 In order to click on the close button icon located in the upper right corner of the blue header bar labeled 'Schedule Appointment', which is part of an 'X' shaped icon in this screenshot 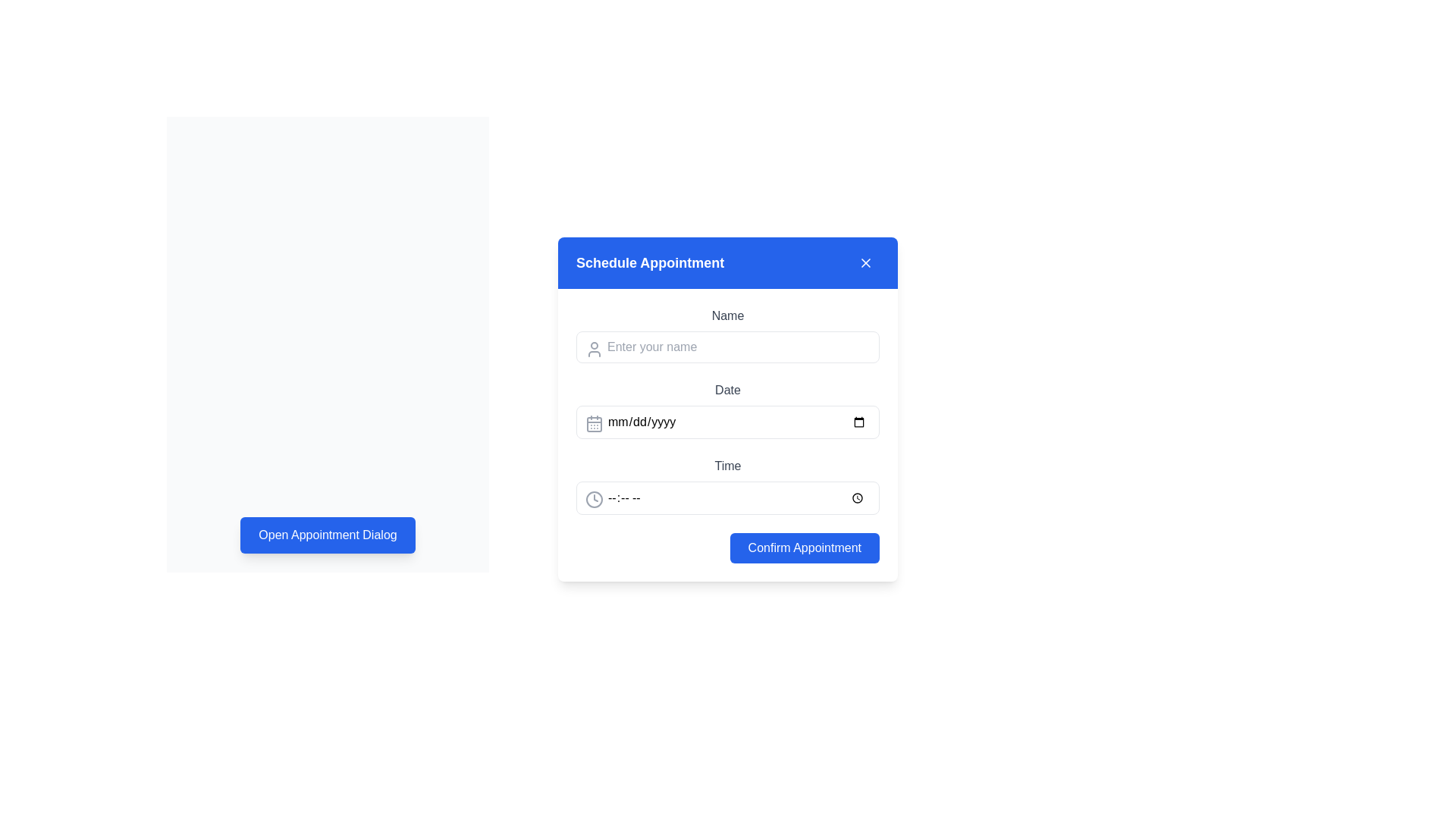, I will do `click(866, 262)`.